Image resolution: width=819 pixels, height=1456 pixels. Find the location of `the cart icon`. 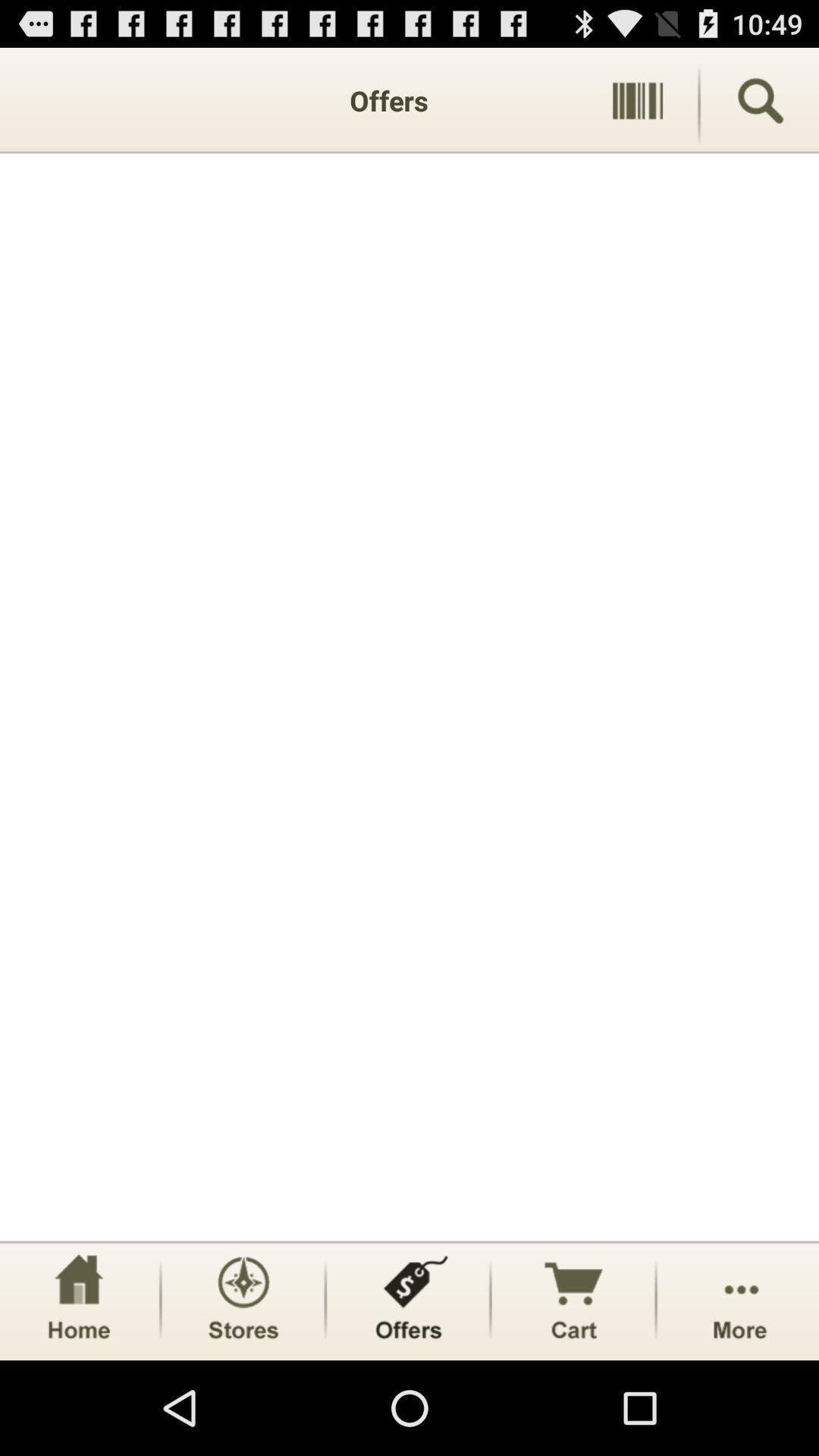

the cart icon is located at coordinates (573, 1392).